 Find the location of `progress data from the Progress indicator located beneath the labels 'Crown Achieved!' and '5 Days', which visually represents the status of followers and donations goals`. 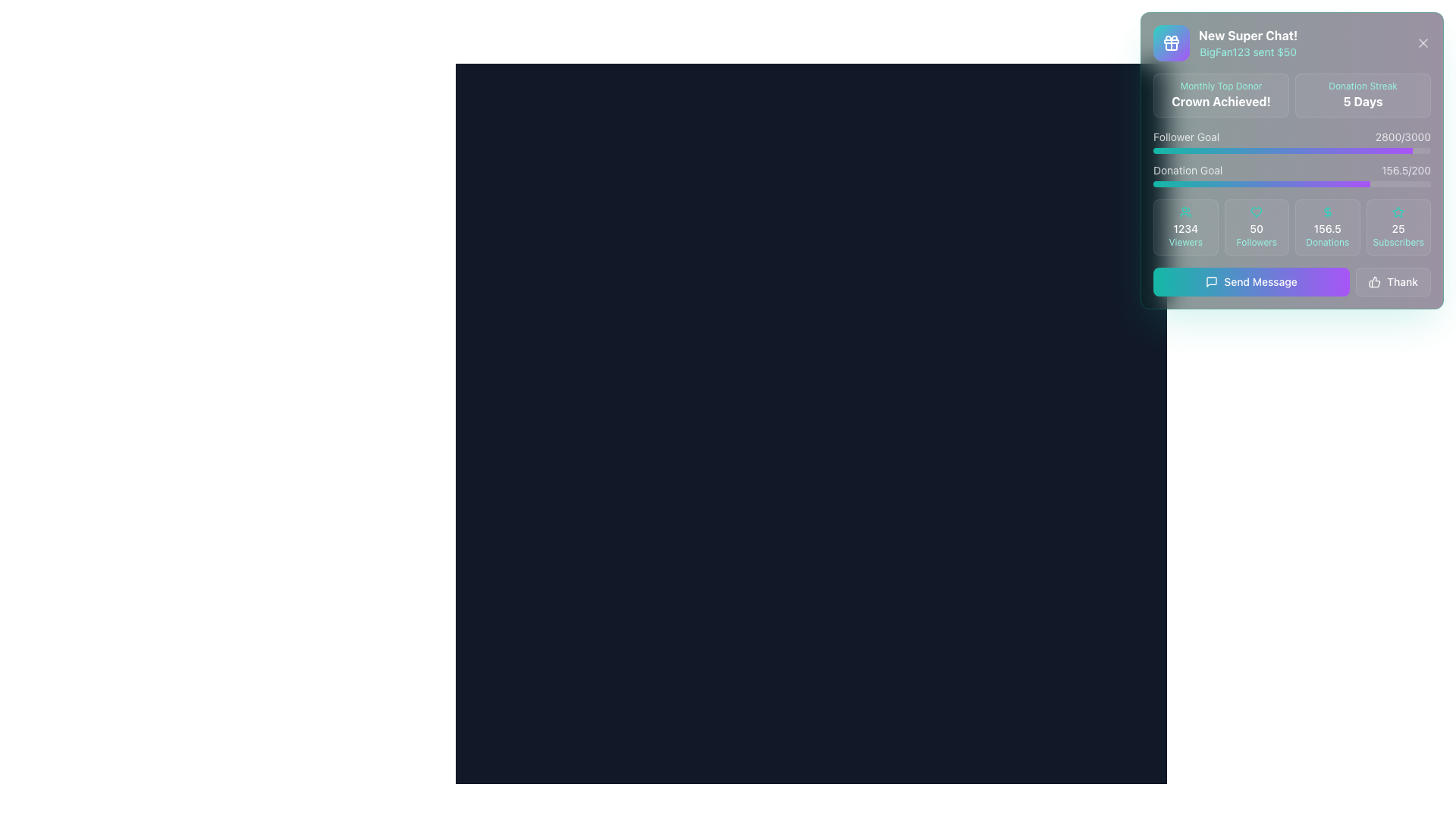

progress data from the Progress indicator located beneath the labels 'Crown Achieved!' and '5 Days', which visually represents the status of followers and donations goals is located at coordinates (1291, 158).